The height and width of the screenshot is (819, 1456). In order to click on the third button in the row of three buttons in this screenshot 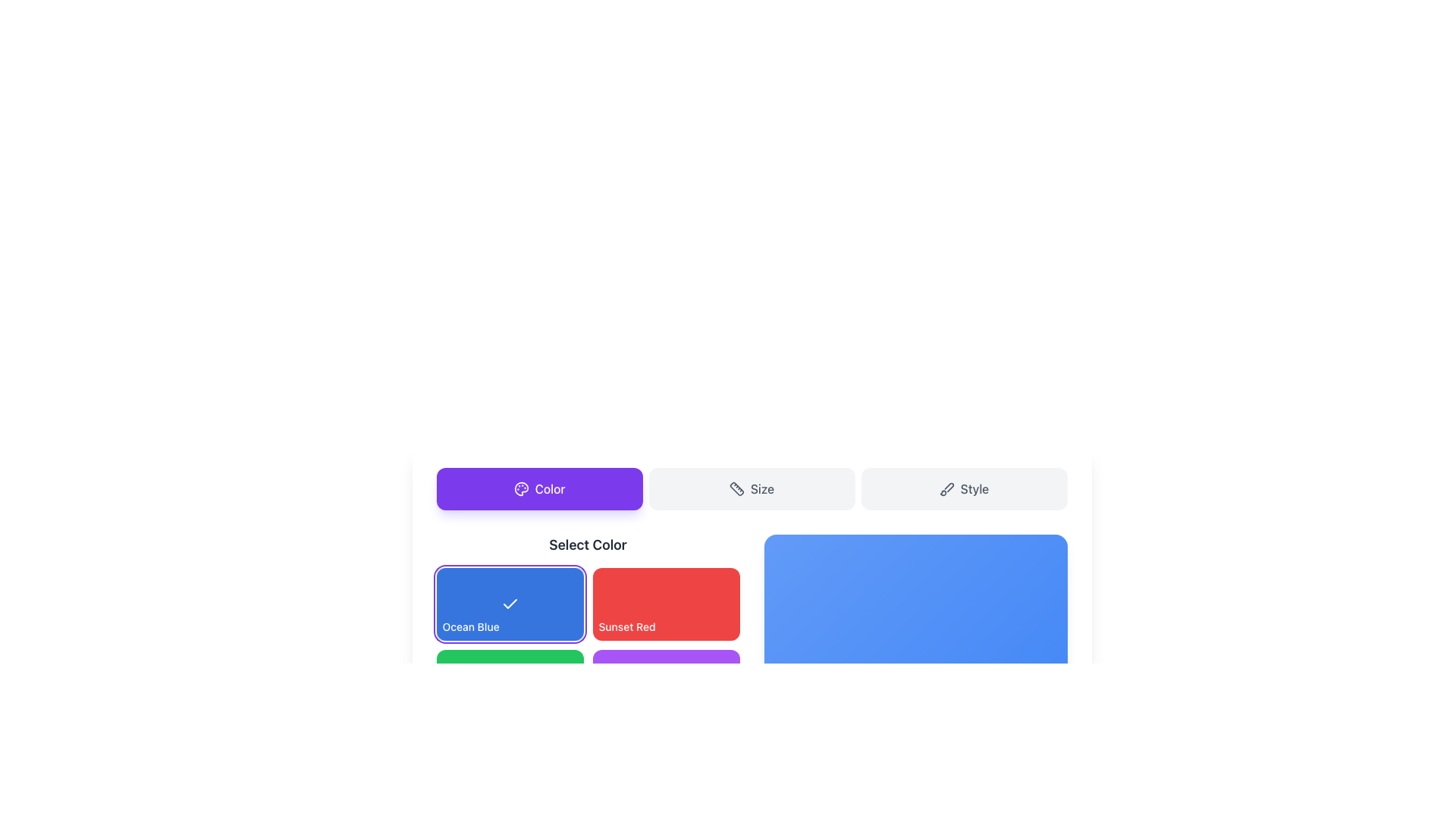, I will do `click(963, 488)`.